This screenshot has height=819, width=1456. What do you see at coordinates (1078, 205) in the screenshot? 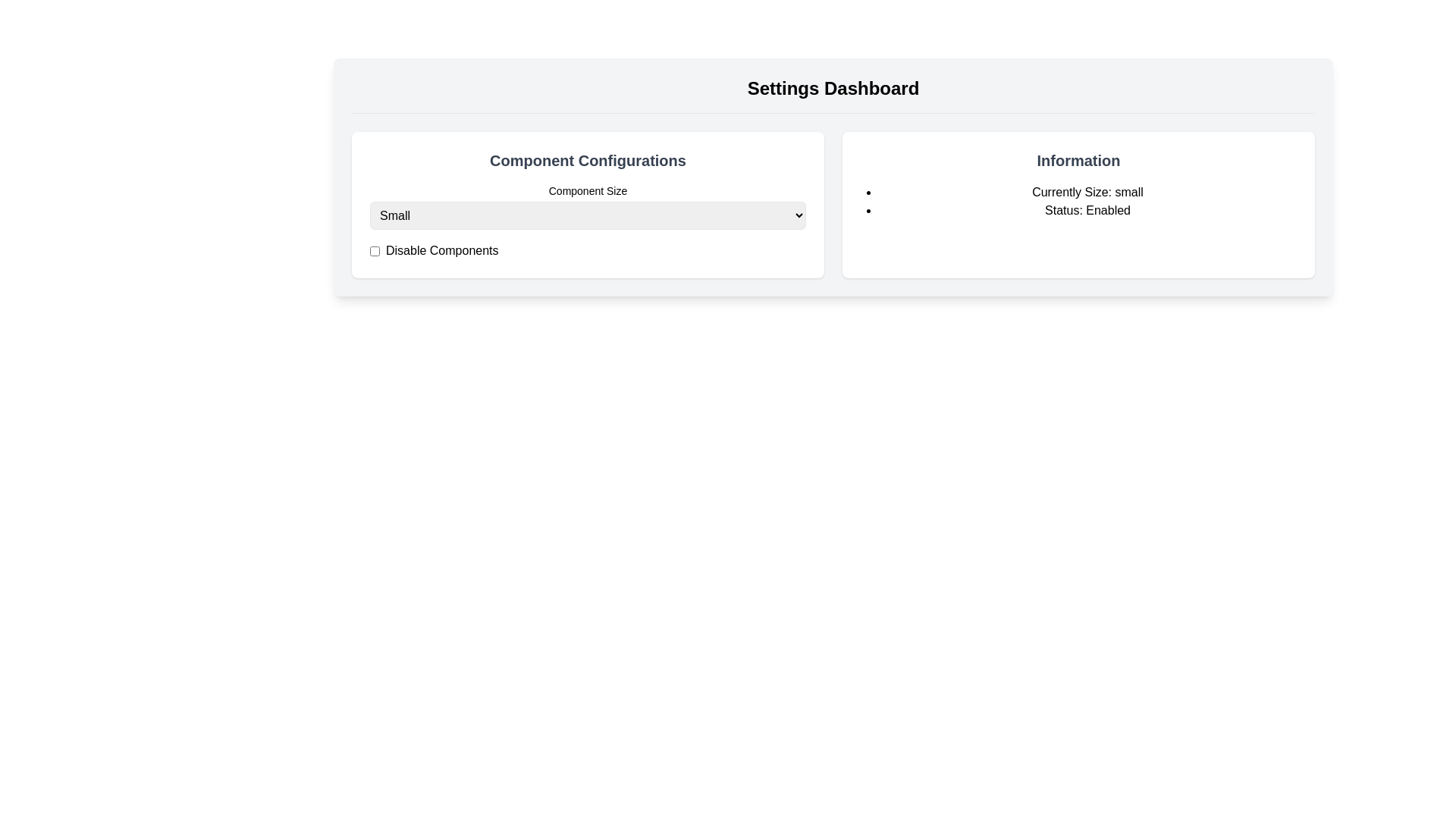
I see `the informational card that displays the title 'Information' in bold and lists the current size and status` at bounding box center [1078, 205].